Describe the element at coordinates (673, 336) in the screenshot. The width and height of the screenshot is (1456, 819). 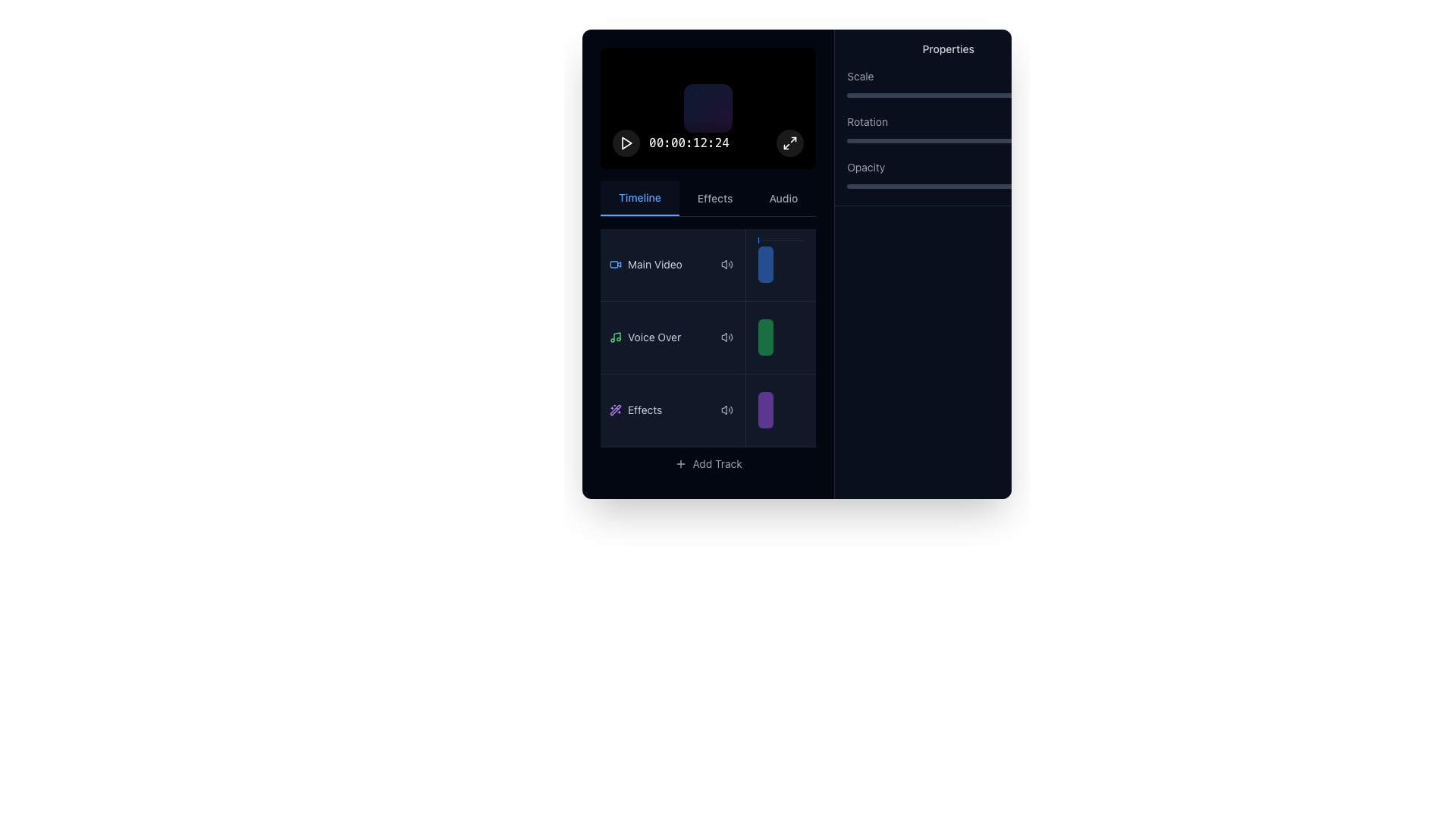
I see `the 'Voice Over' text label in the 'Timeline' section, which is the second row item between 'Main Video' and 'Effects'` at that location.